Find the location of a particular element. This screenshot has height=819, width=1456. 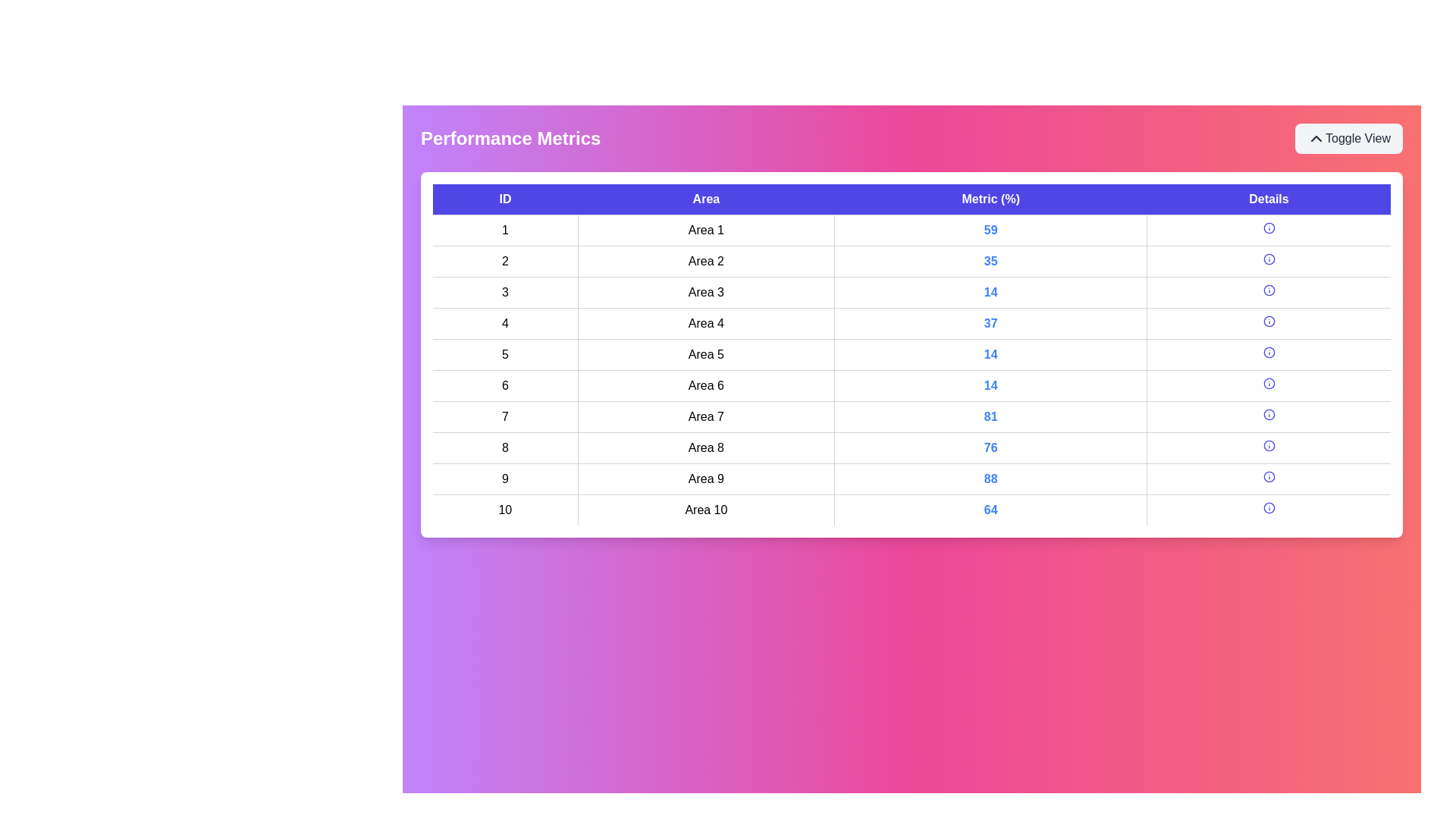

the ID header to sort or filter data is located at coordinates (505, 199).